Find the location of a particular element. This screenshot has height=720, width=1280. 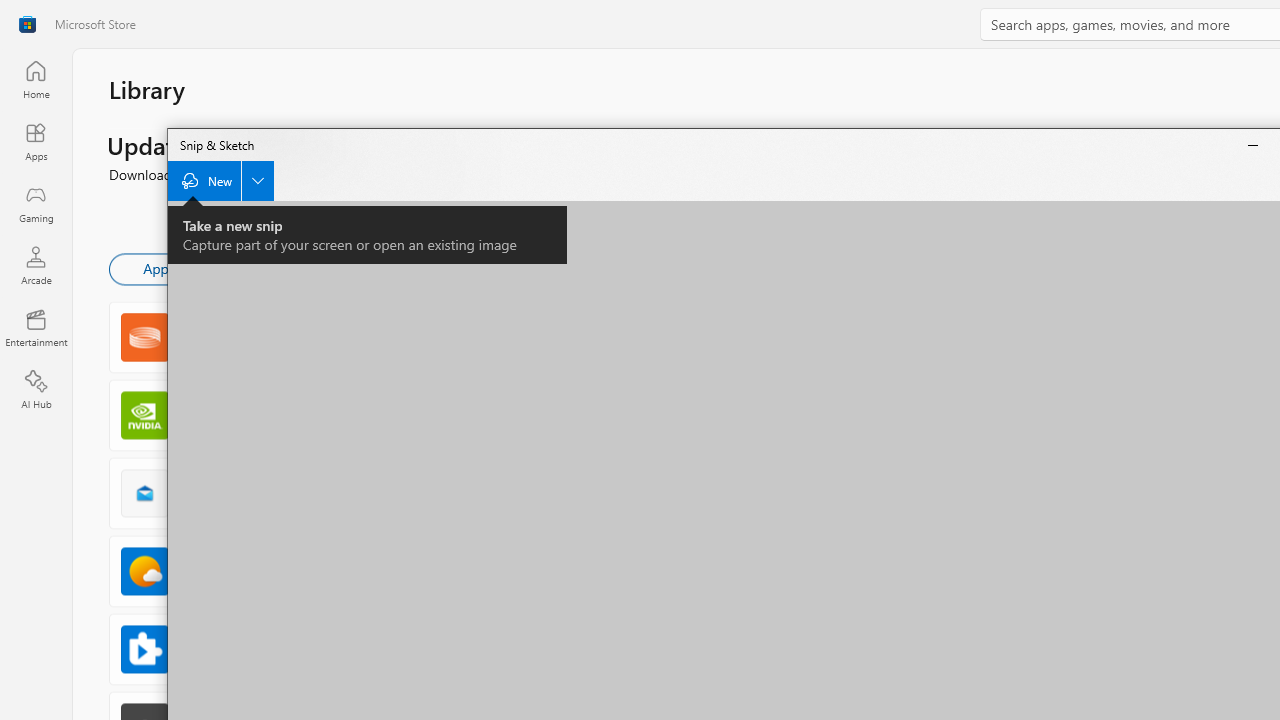

'AI Hub' is located at coordinates (35, 390).